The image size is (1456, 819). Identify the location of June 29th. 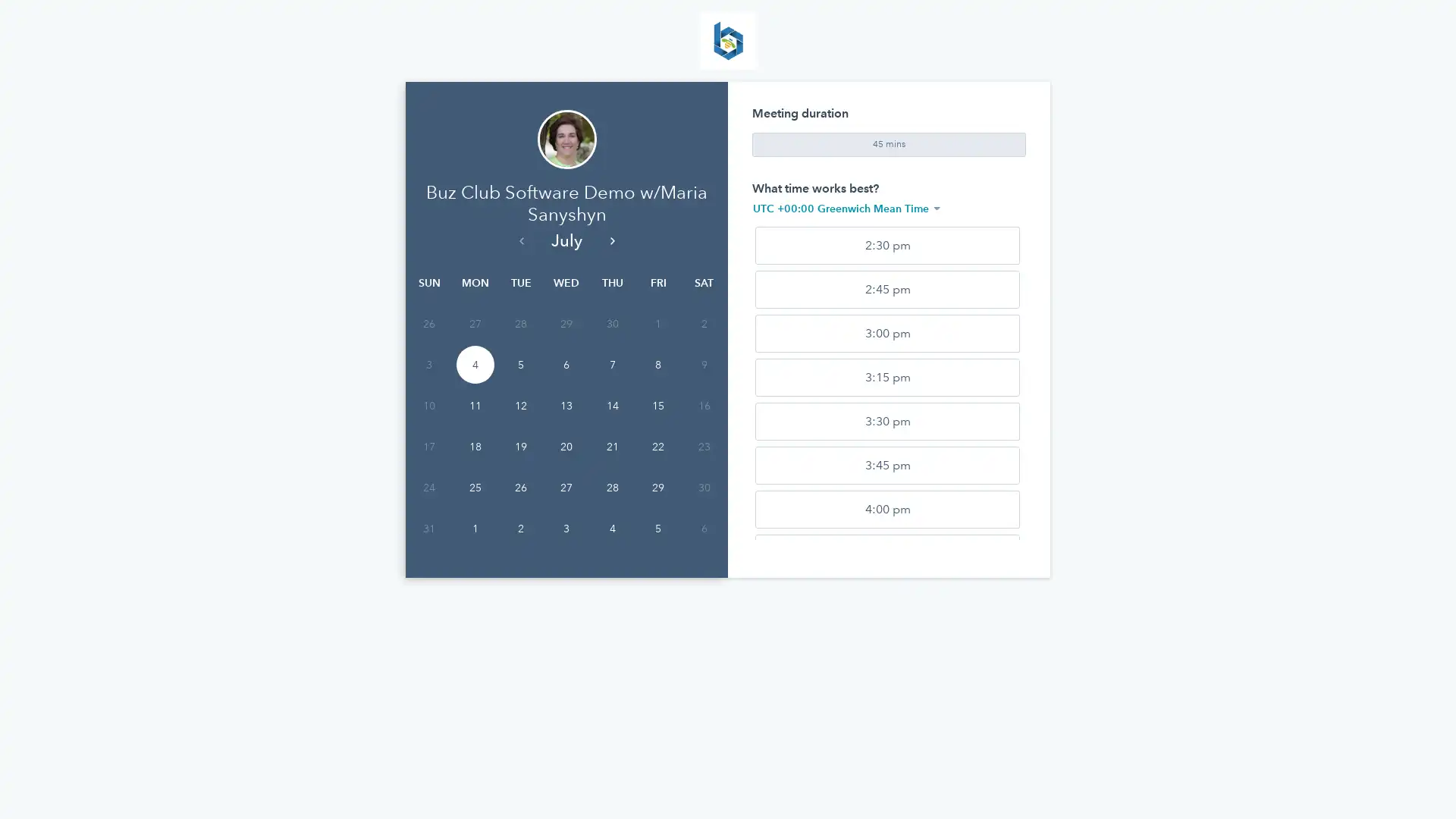
(566, 323).